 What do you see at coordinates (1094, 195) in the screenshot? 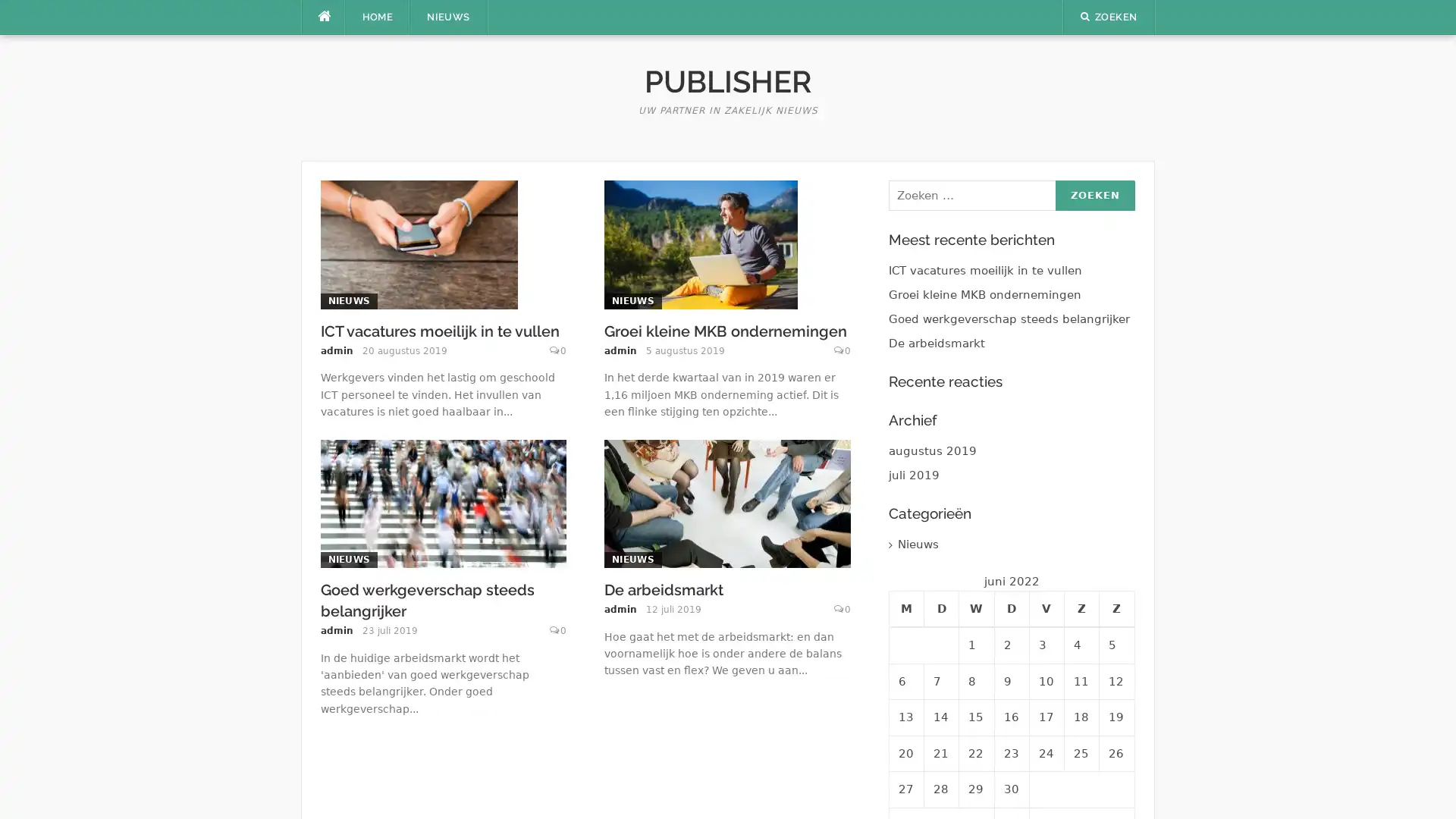
I see `Zoeken` at bounding box center [1094, 195].